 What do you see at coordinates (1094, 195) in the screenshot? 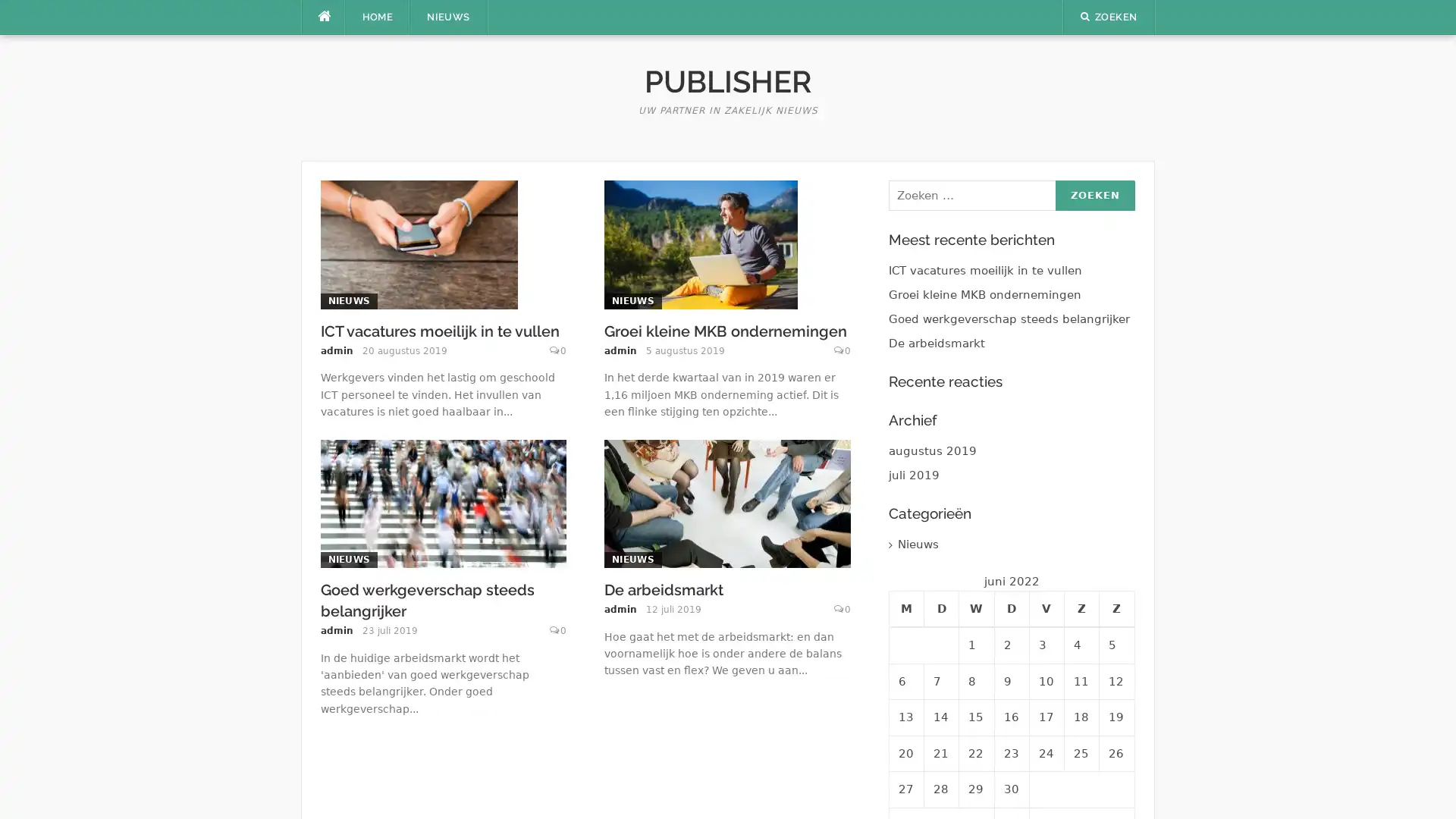
I see `Zoeken` at bounding box center [1094, 195].